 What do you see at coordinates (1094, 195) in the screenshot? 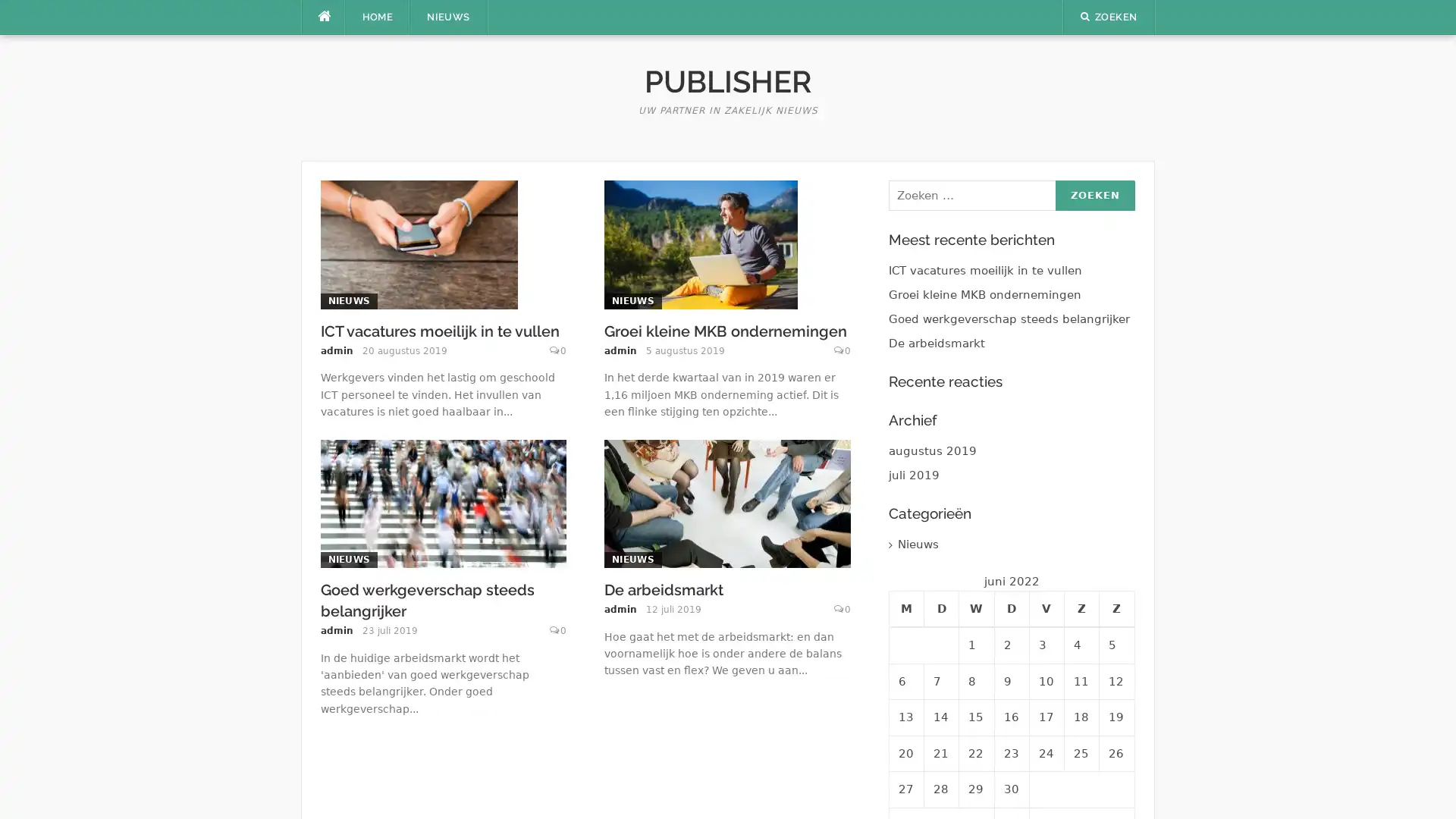
I see `Zoeken` at bounding box center [1094, 195].